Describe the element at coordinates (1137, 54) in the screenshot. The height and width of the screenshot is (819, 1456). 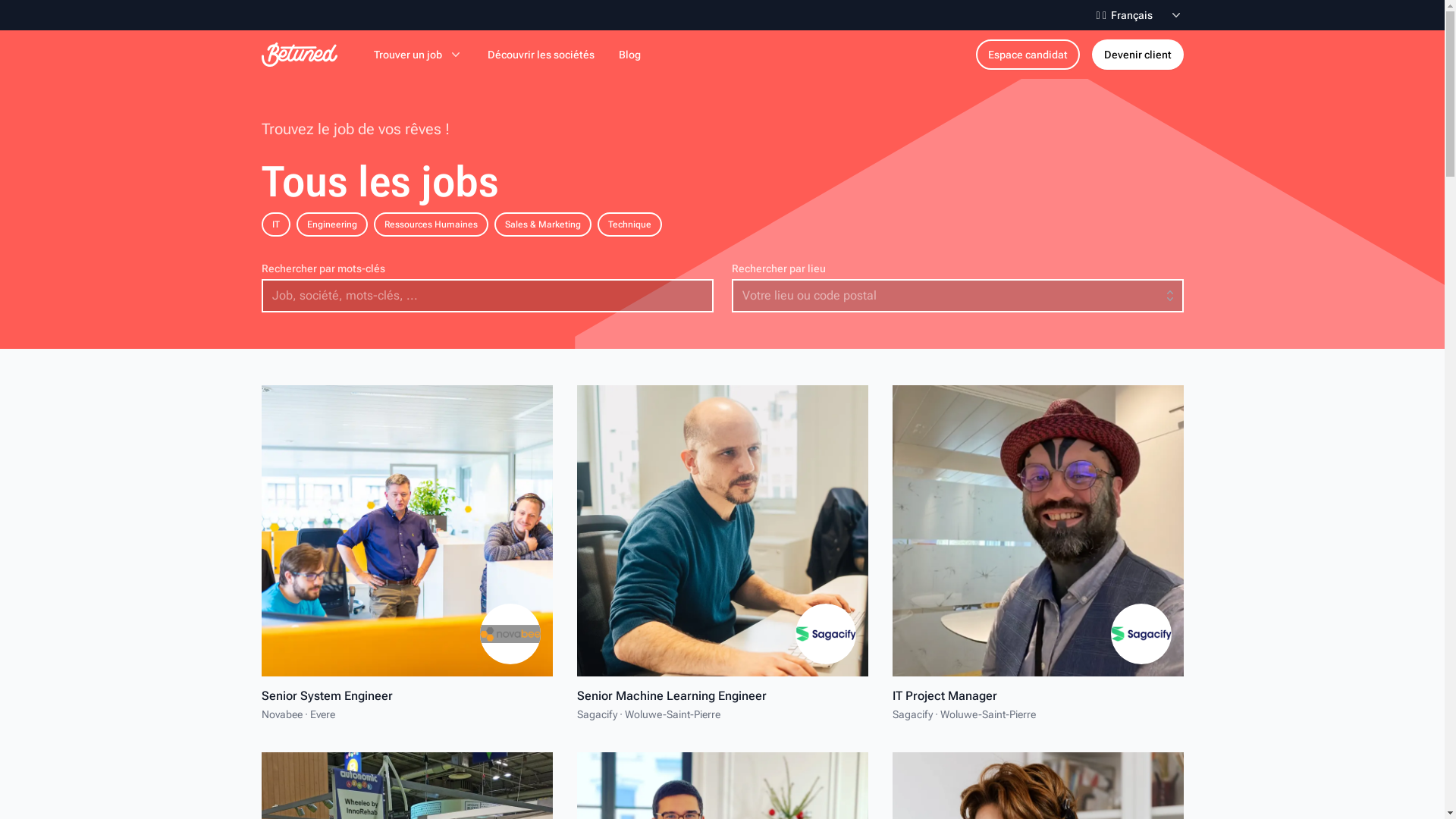
I see `'Devenir client'` at that location.